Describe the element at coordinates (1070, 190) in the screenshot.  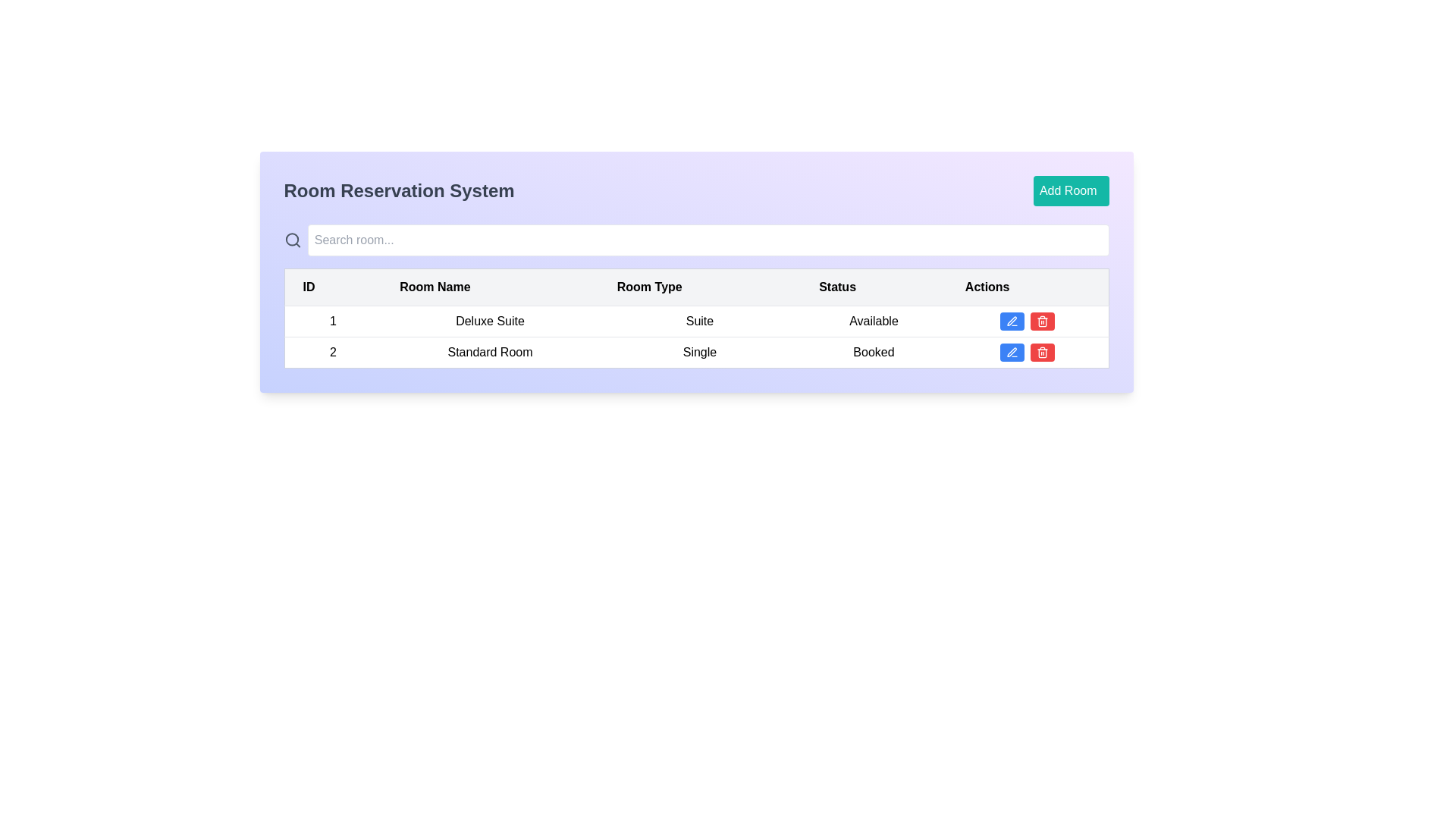
I see `the teal 'Add Room' button with rounded corners` at that location.